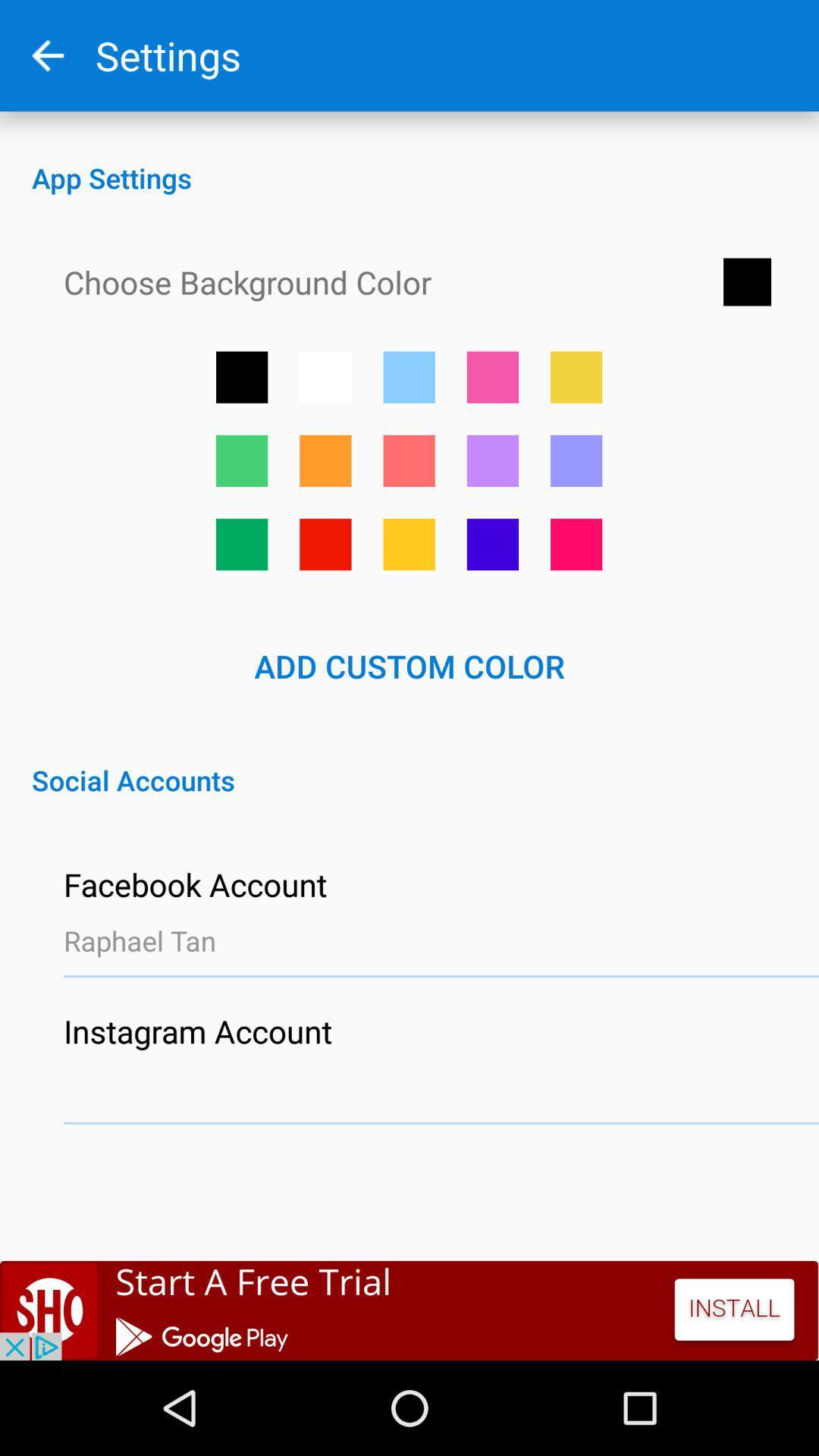  Describe the element at coordinates (492, 377) in the screenshot. I see `set background color to pink` at that location.